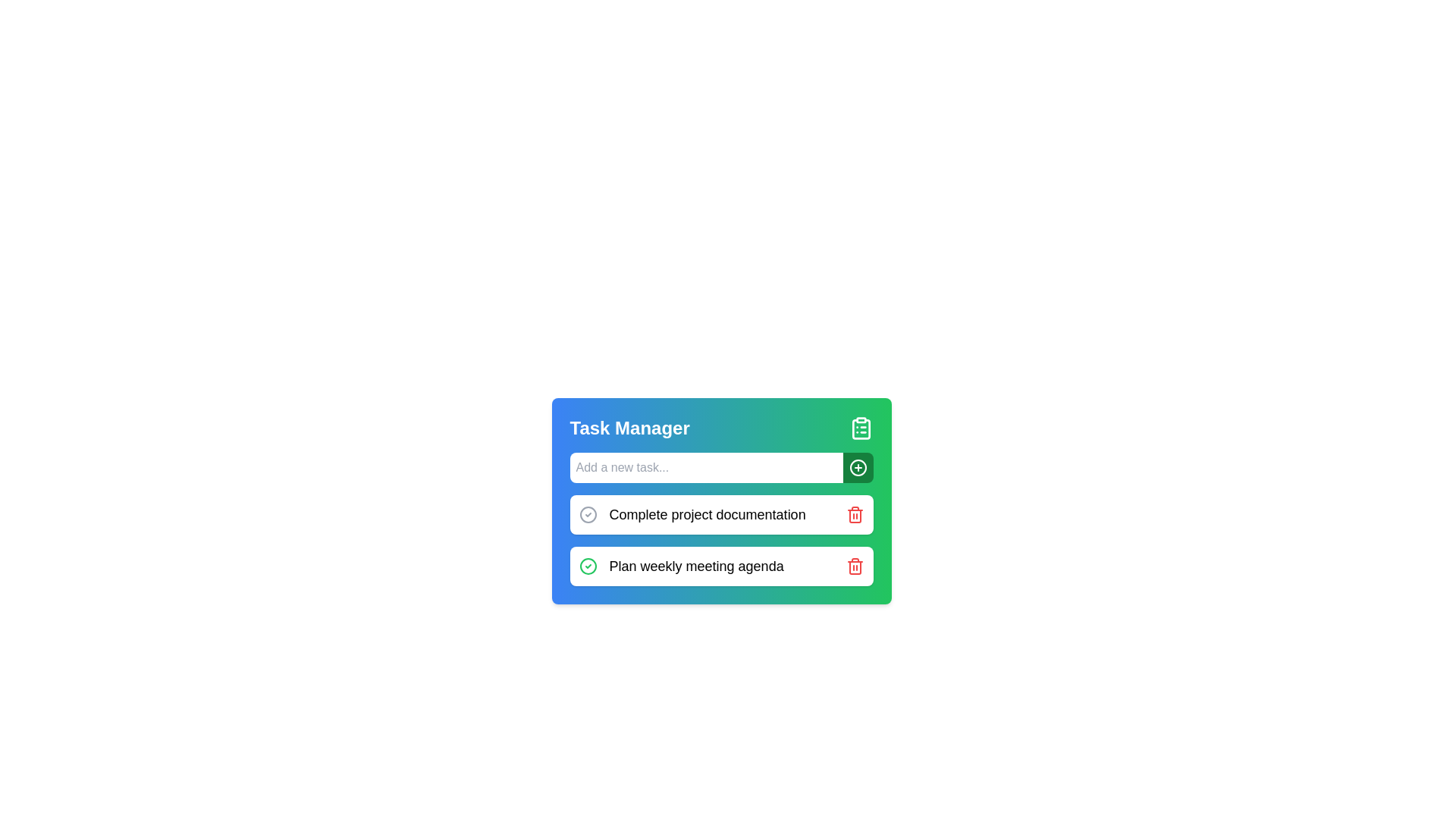  Describe the element at coordinates (587, 566) in the screenshot. I see `the green circle icon with a checkmark inside, which indicates a completed task, located` at that location.